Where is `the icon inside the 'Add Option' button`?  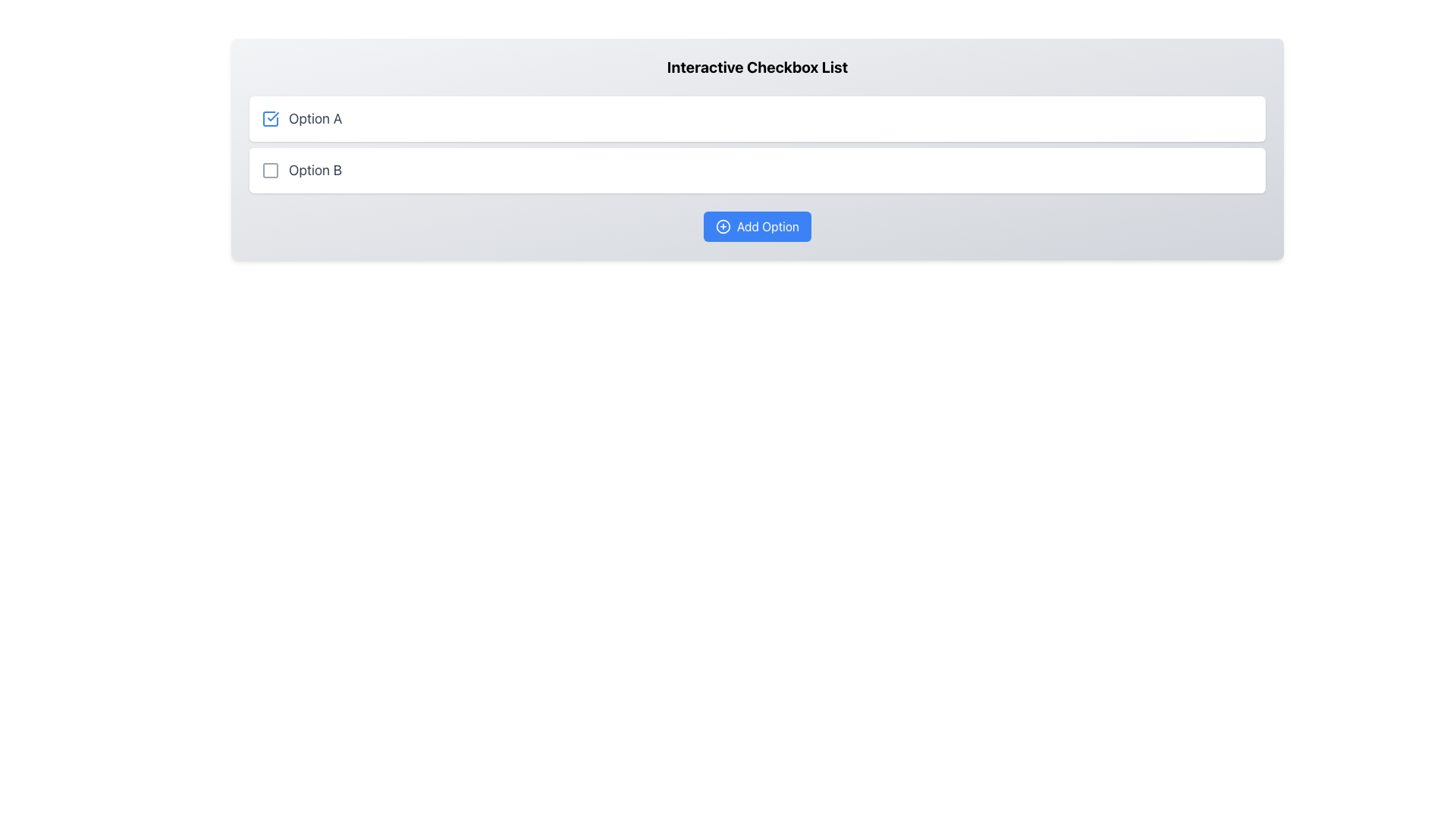
the icon inside the 'Add Option' button is located at coordinates (723, 227).